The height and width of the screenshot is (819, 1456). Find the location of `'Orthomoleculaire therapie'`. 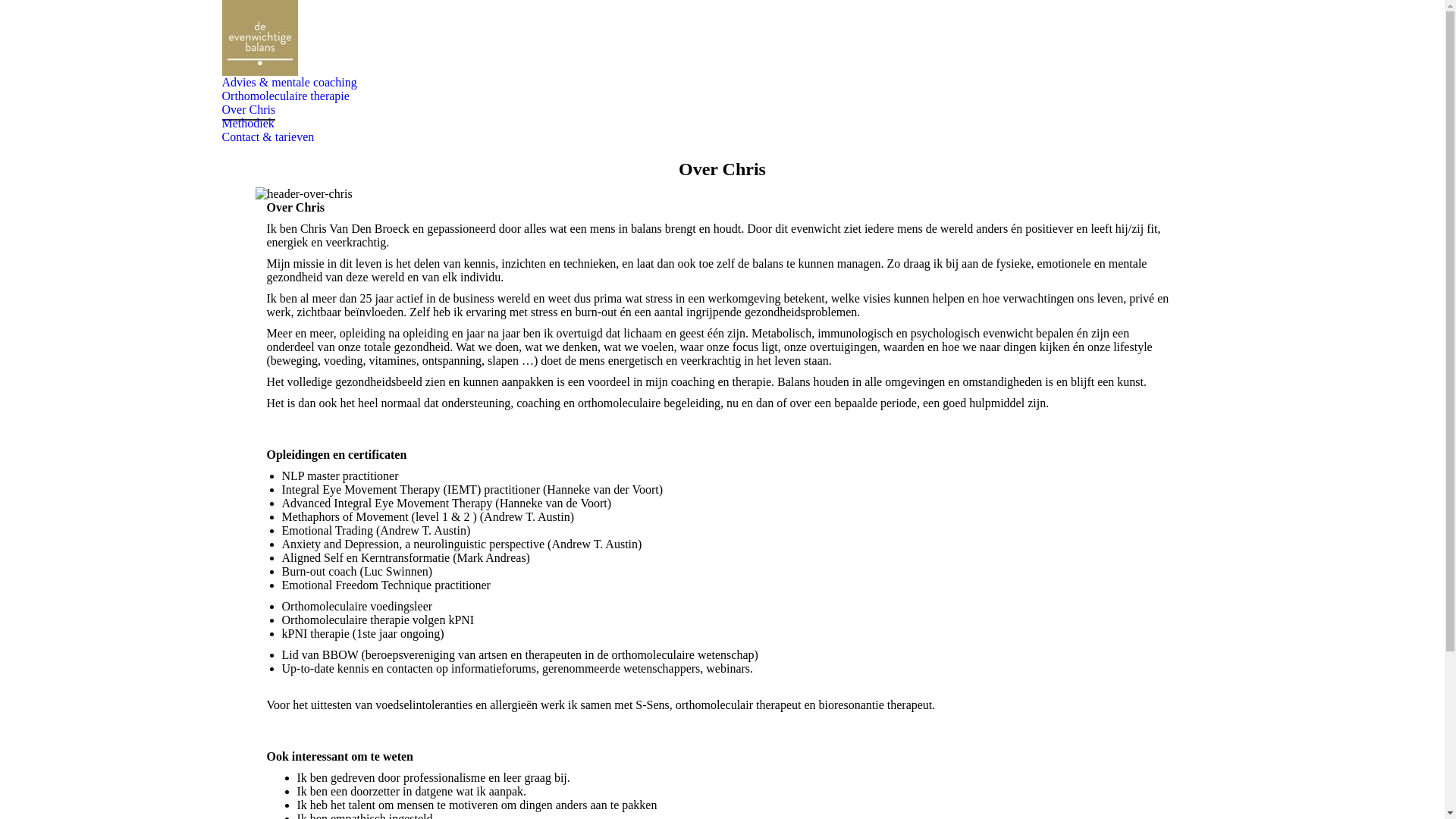

'Orthomoleculaire therapie' is located at coordinates (284, 96).